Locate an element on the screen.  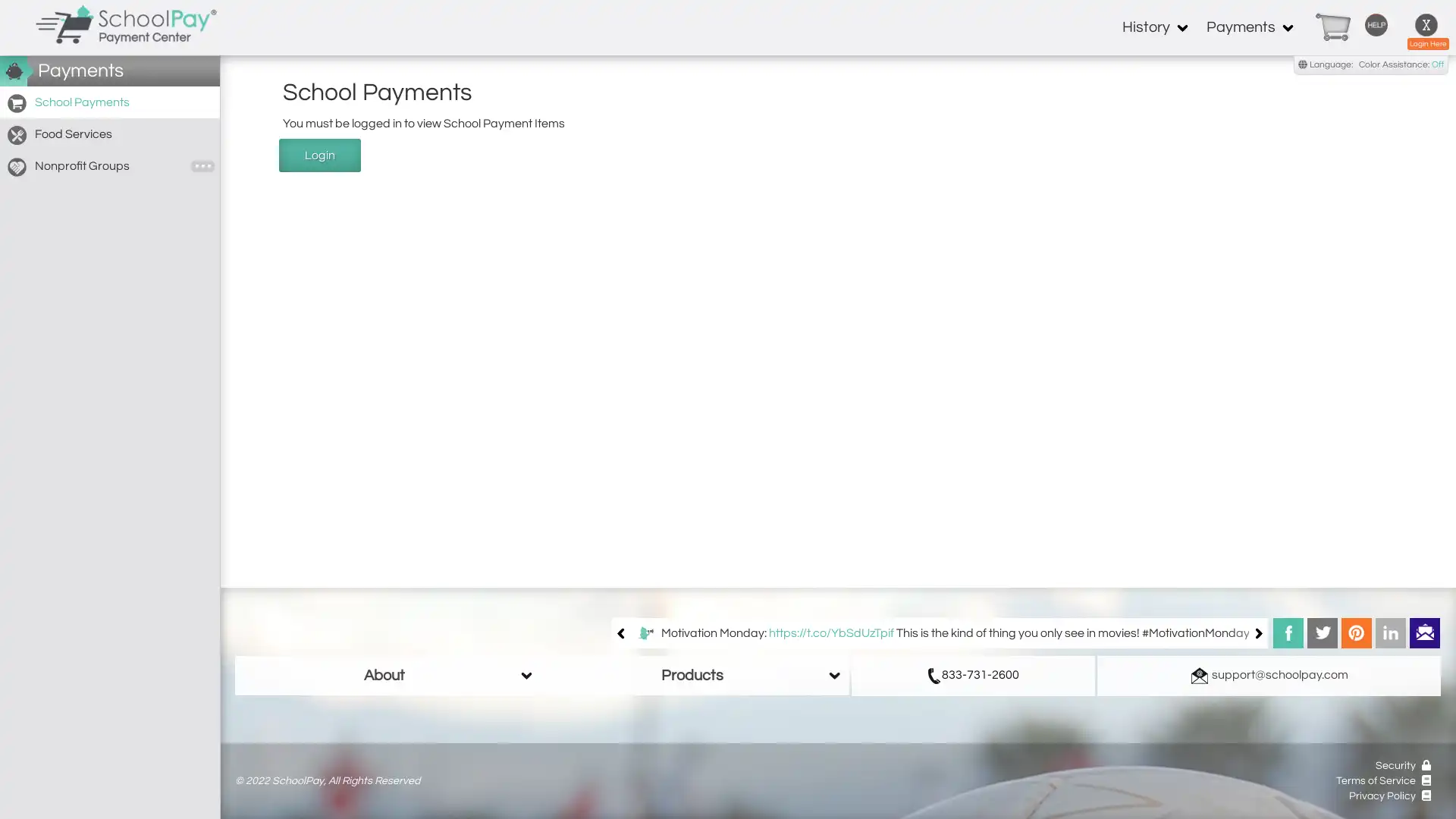
Scroll Left Arrow is located at coordinates (636, 632).